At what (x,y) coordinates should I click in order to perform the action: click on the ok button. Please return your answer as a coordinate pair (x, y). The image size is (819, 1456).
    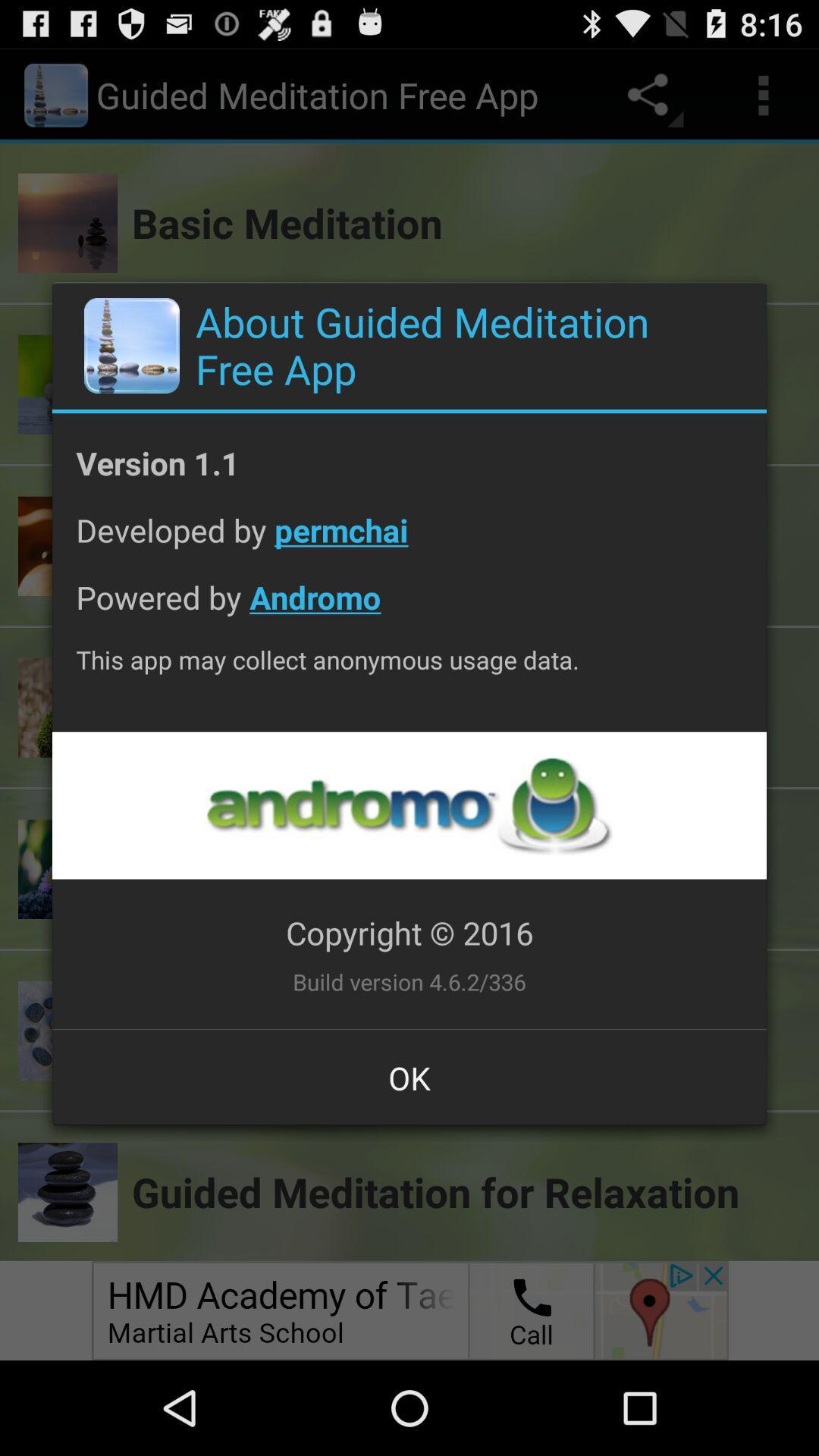
    Looking at the image, I should click on (409, 1077).